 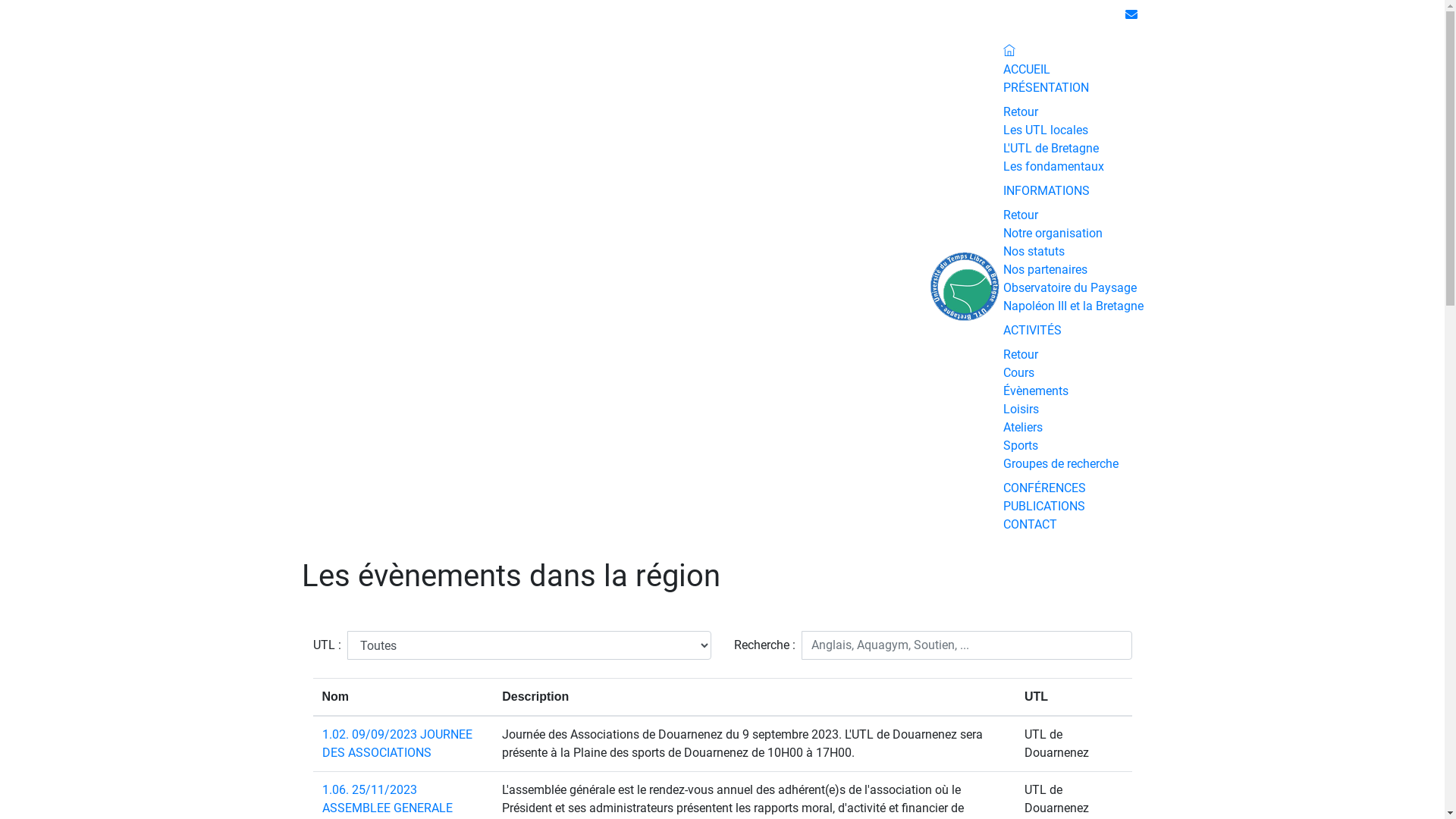 I want to click on 'Les fondamentaux', so click(x=1002, y=166).